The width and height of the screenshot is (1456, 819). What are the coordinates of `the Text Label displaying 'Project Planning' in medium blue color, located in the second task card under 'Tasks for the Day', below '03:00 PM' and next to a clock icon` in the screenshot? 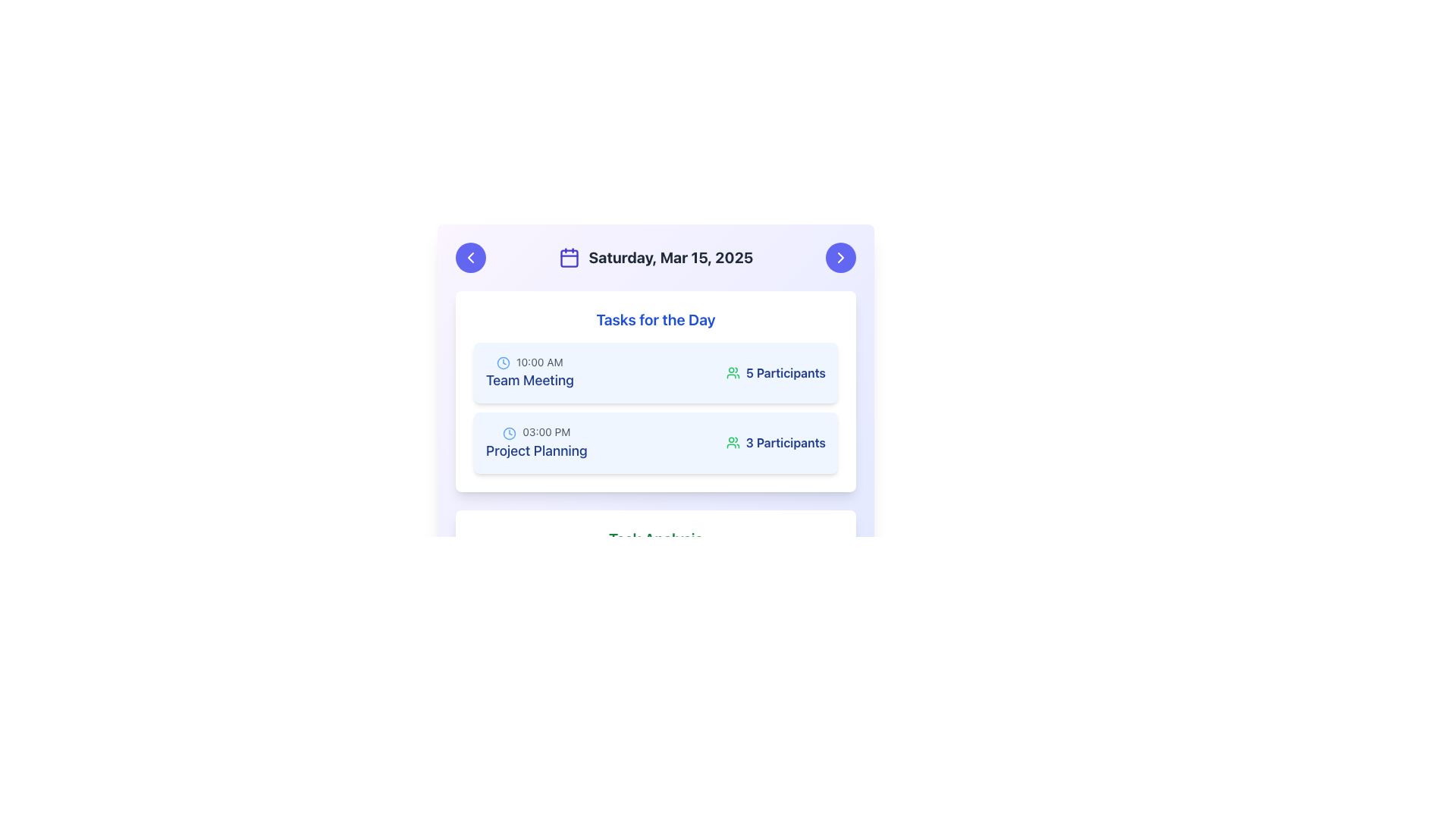 It's located at (536, 450).